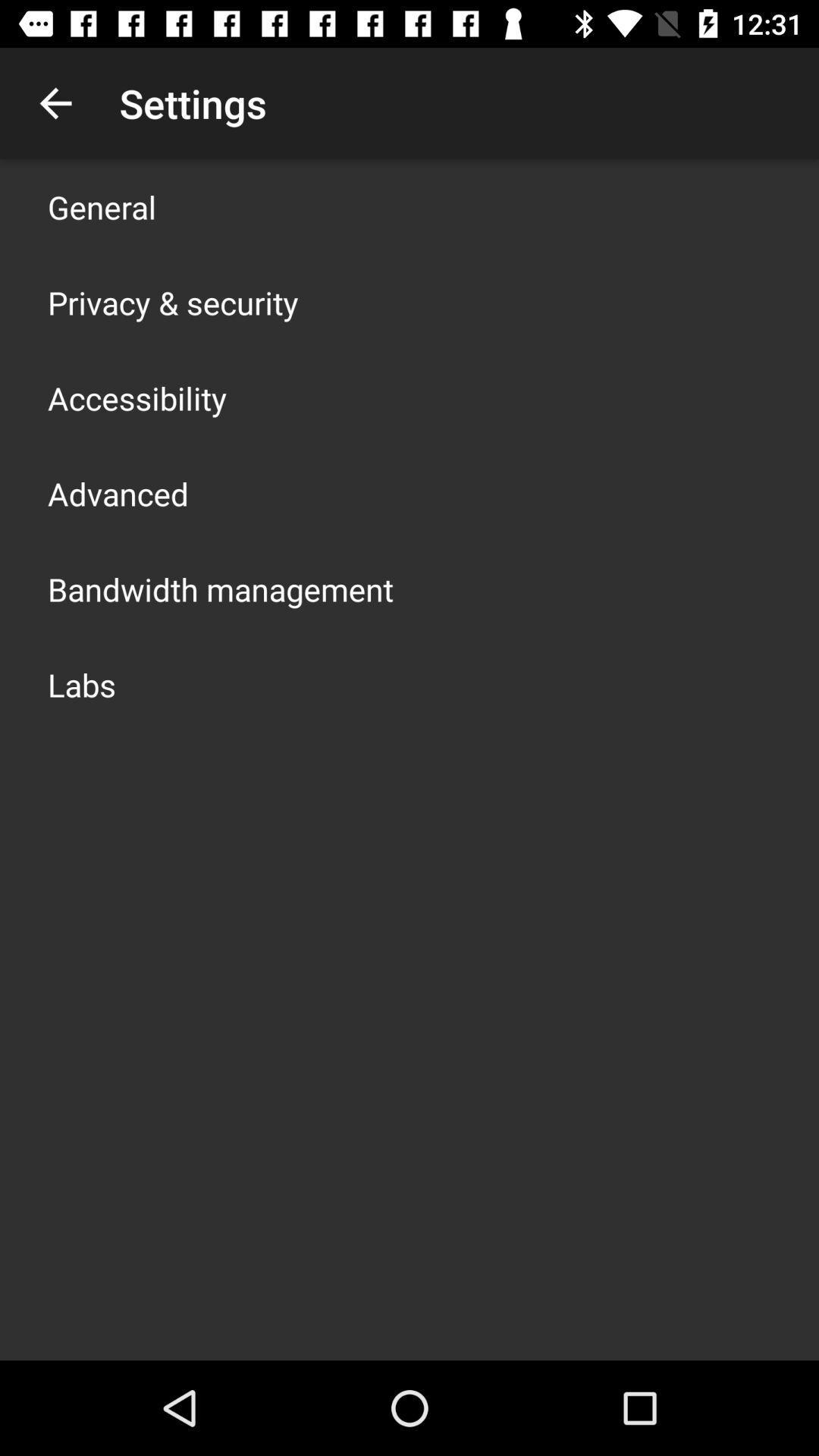 The image size is (819, 1456). I want to click on the advanced app, so click(117, 494).